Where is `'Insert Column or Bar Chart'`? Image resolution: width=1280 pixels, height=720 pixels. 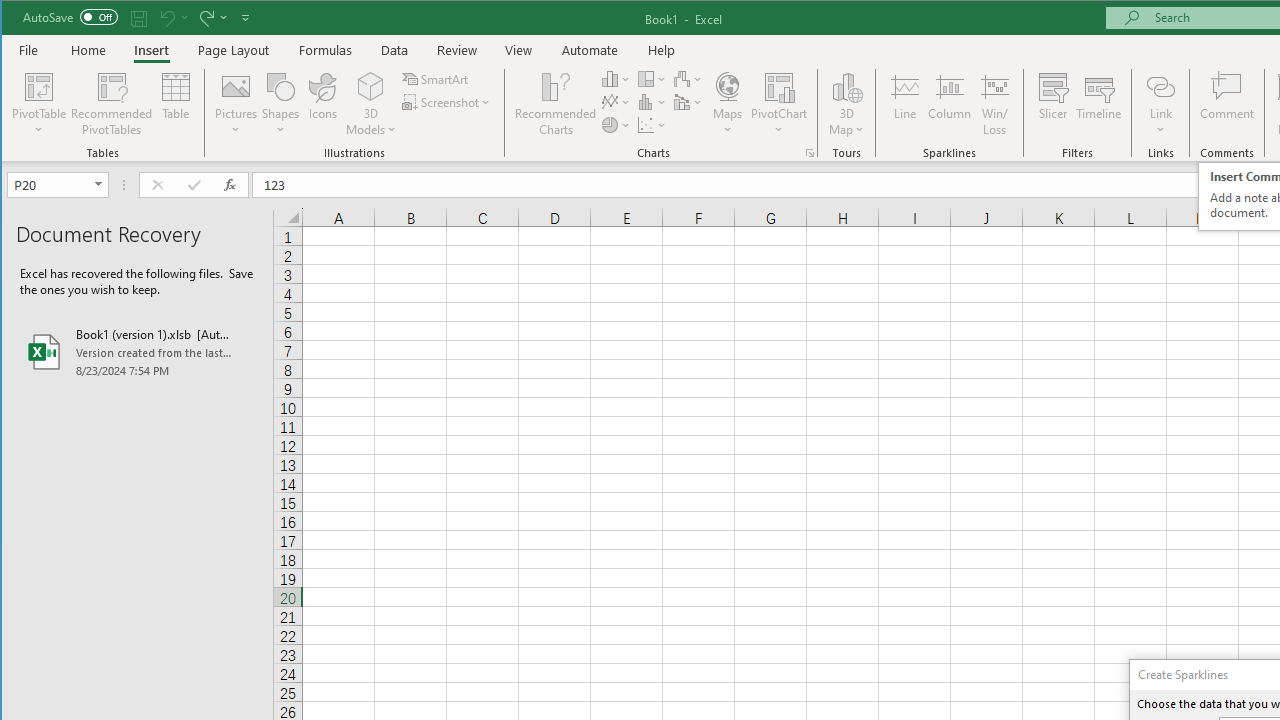 'Insert Column or Bar Chart' is located at coordinates (615, 78).